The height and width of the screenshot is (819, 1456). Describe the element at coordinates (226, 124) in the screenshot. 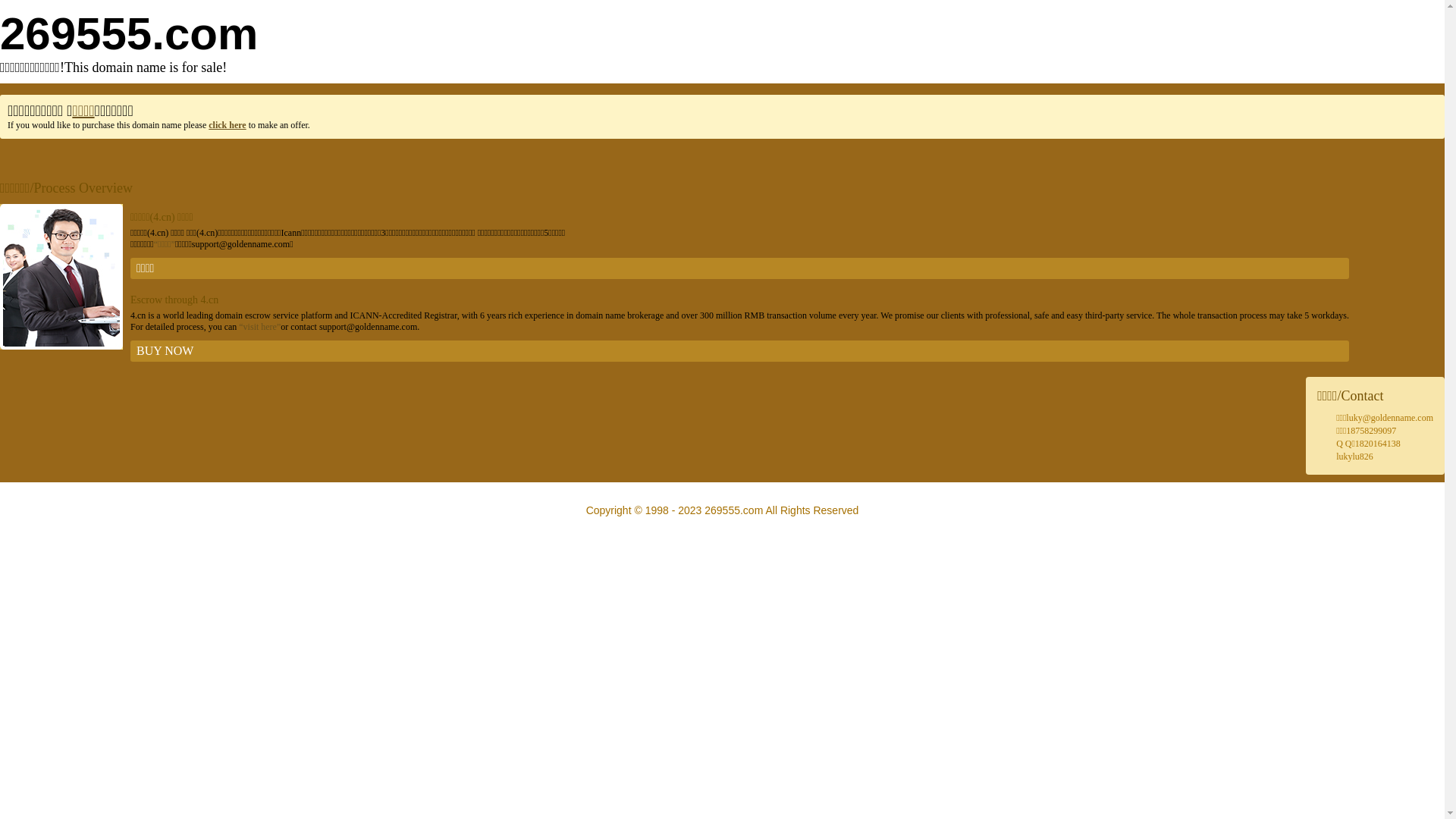

I see `'click here'` at that location.